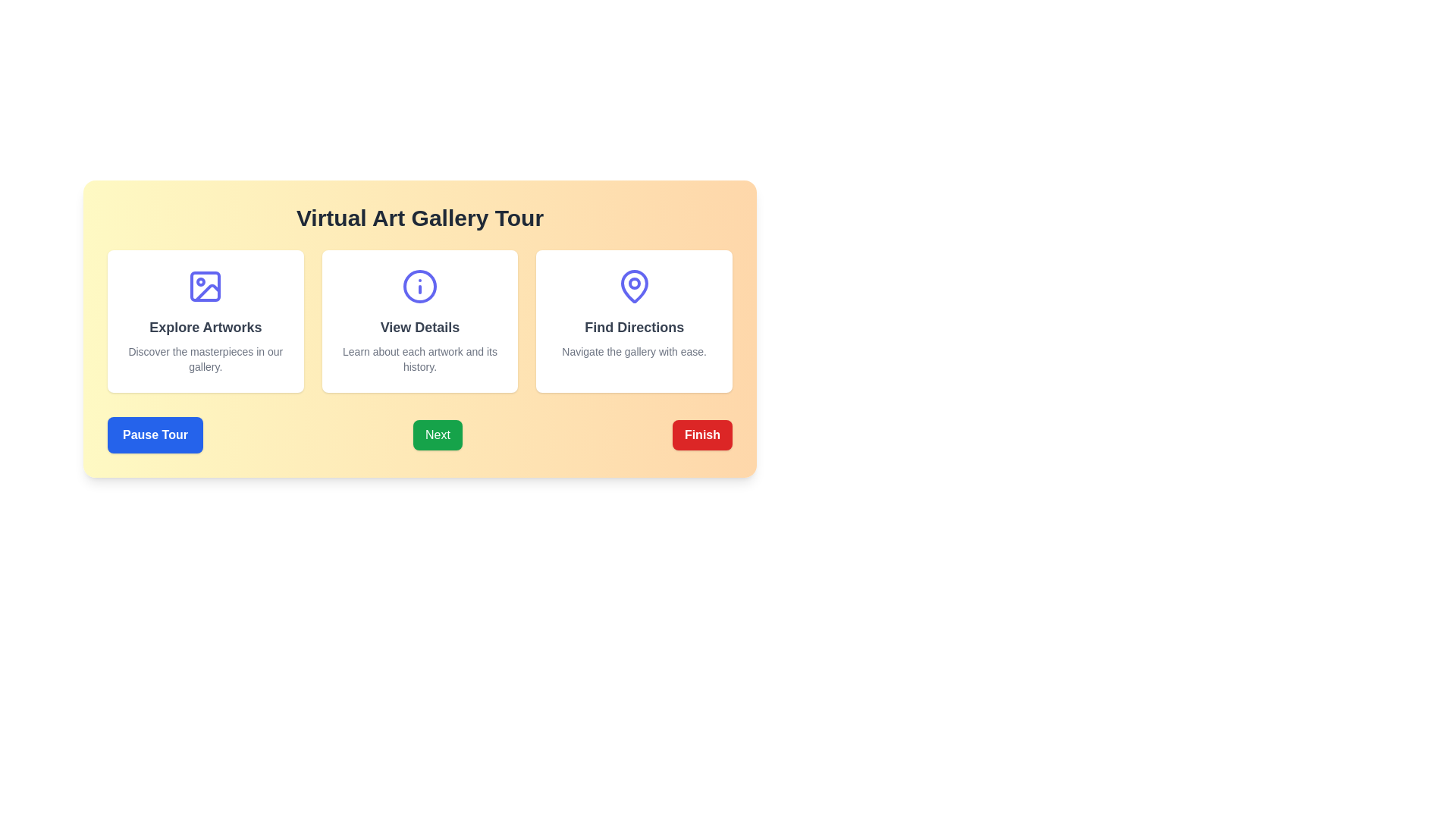  Describe the element at coordinates (634, 287) in the screenshot. I see `the location icon that signifies the 'Find Directions' feature, which is the third icon in a horizontal group below the 'Virtual Art Gallery Tour' text` at that location.